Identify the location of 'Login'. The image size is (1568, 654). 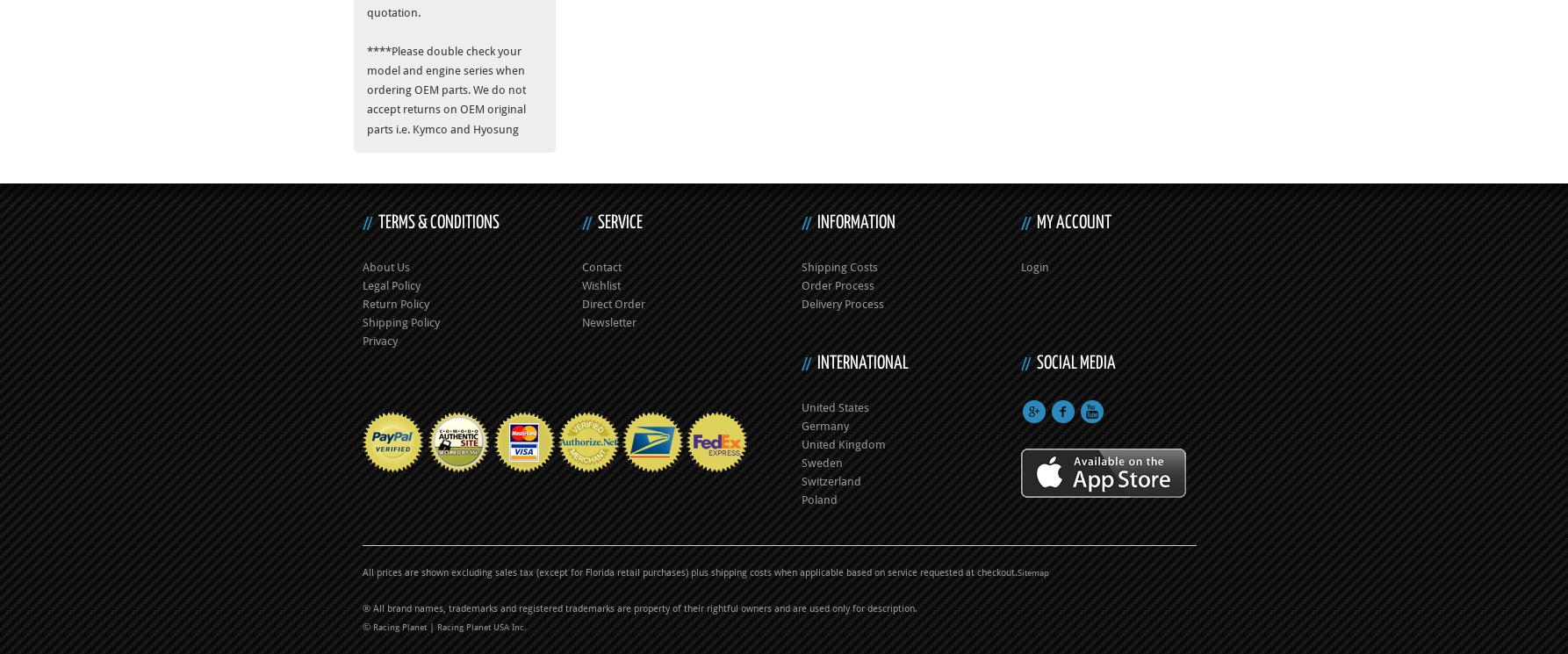
(1020, 266).